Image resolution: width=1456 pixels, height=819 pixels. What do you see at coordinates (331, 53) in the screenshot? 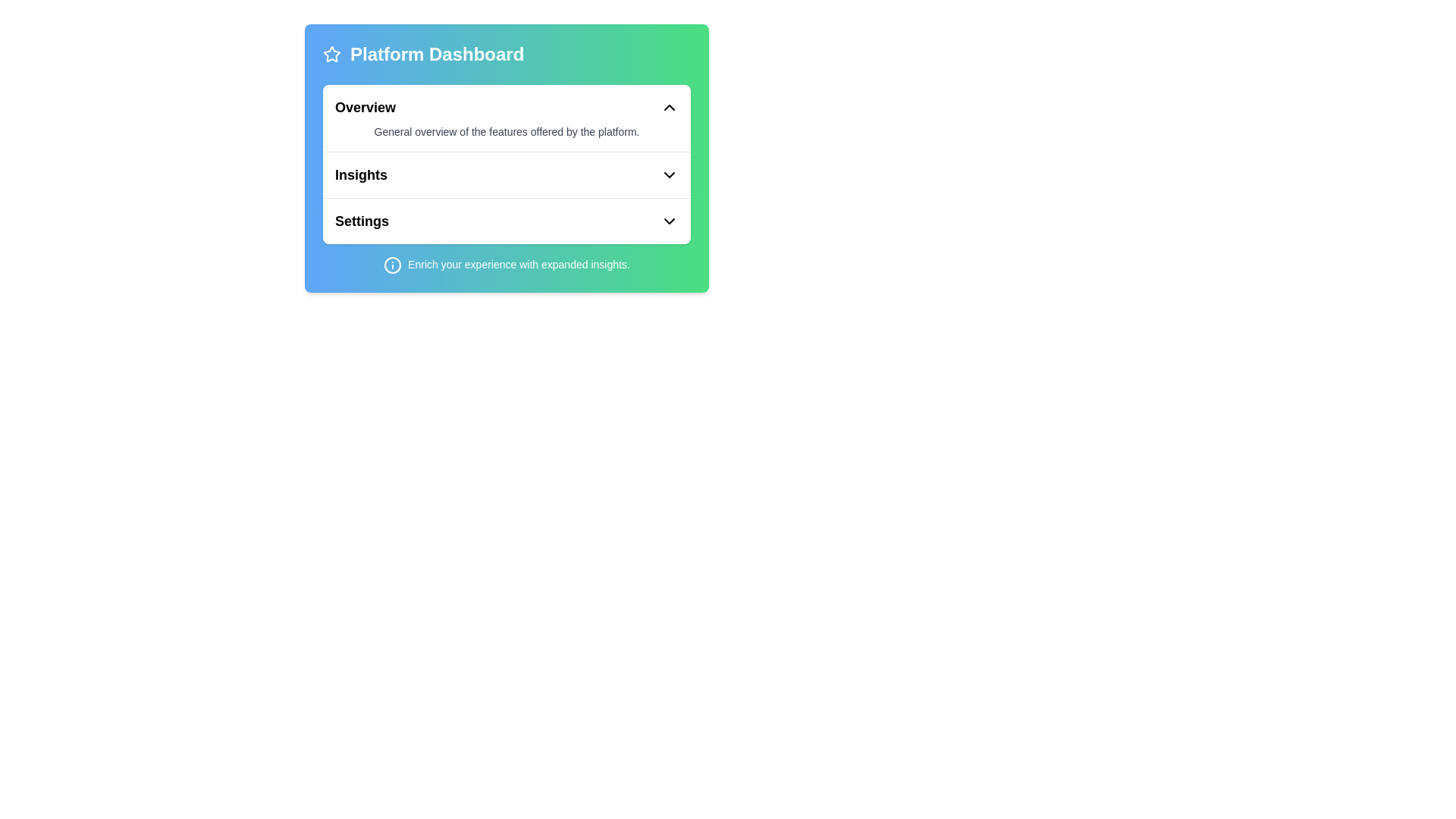
I see `the minimalist five-pointed star icon located to the left of the 'Platform Dashboard' heading in the header area` at bounding box center [331, 53].